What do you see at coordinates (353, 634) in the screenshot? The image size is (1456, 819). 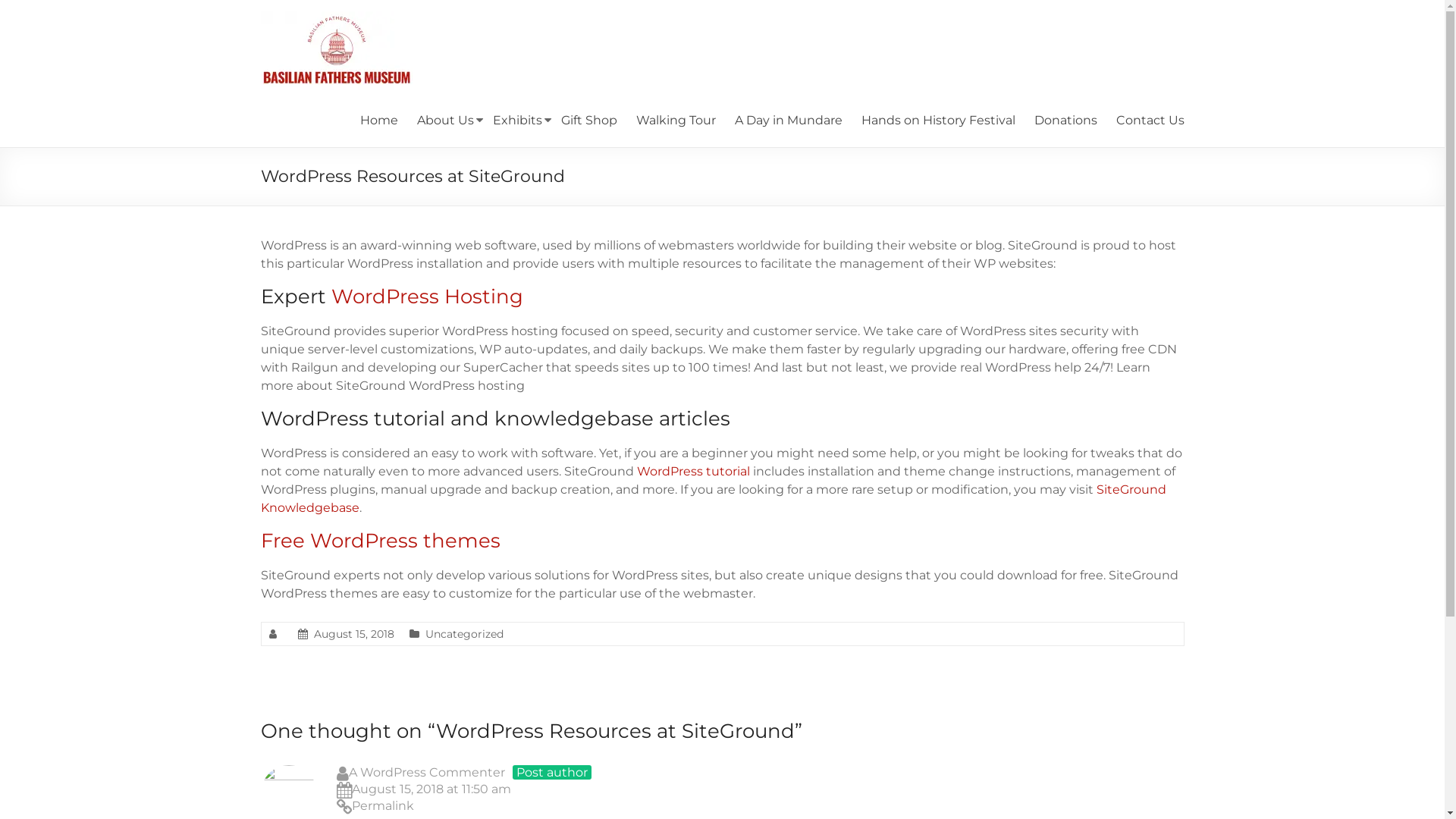 I see `'August 15, 2018'` at bounding box center [353, 634].